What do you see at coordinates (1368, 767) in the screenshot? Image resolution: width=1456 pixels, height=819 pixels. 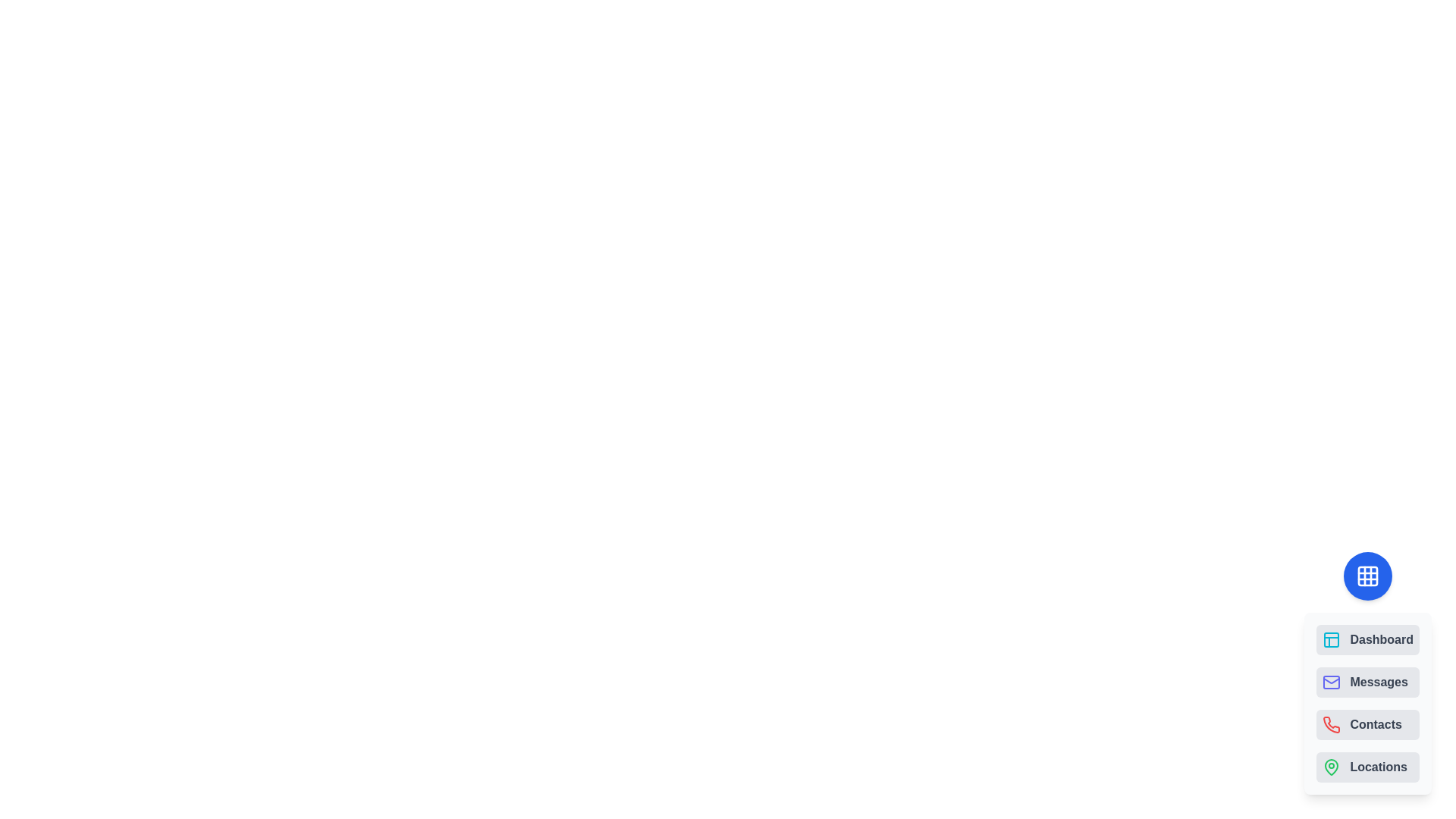 I see `the navigation option Locations from the speed dial` at bounding box center [1368, 767].